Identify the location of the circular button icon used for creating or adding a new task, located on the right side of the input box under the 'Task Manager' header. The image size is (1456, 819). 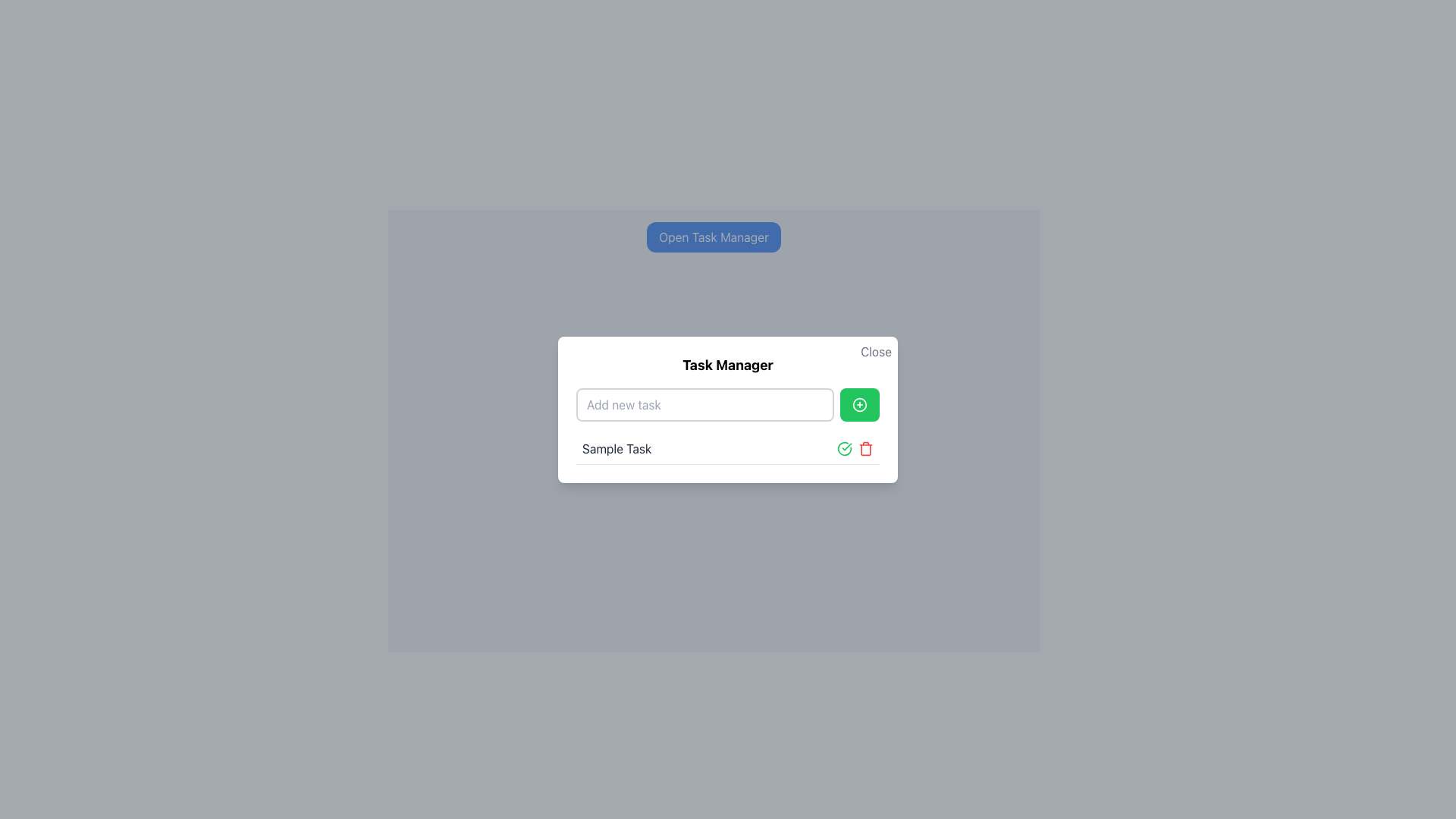
(859, 403).